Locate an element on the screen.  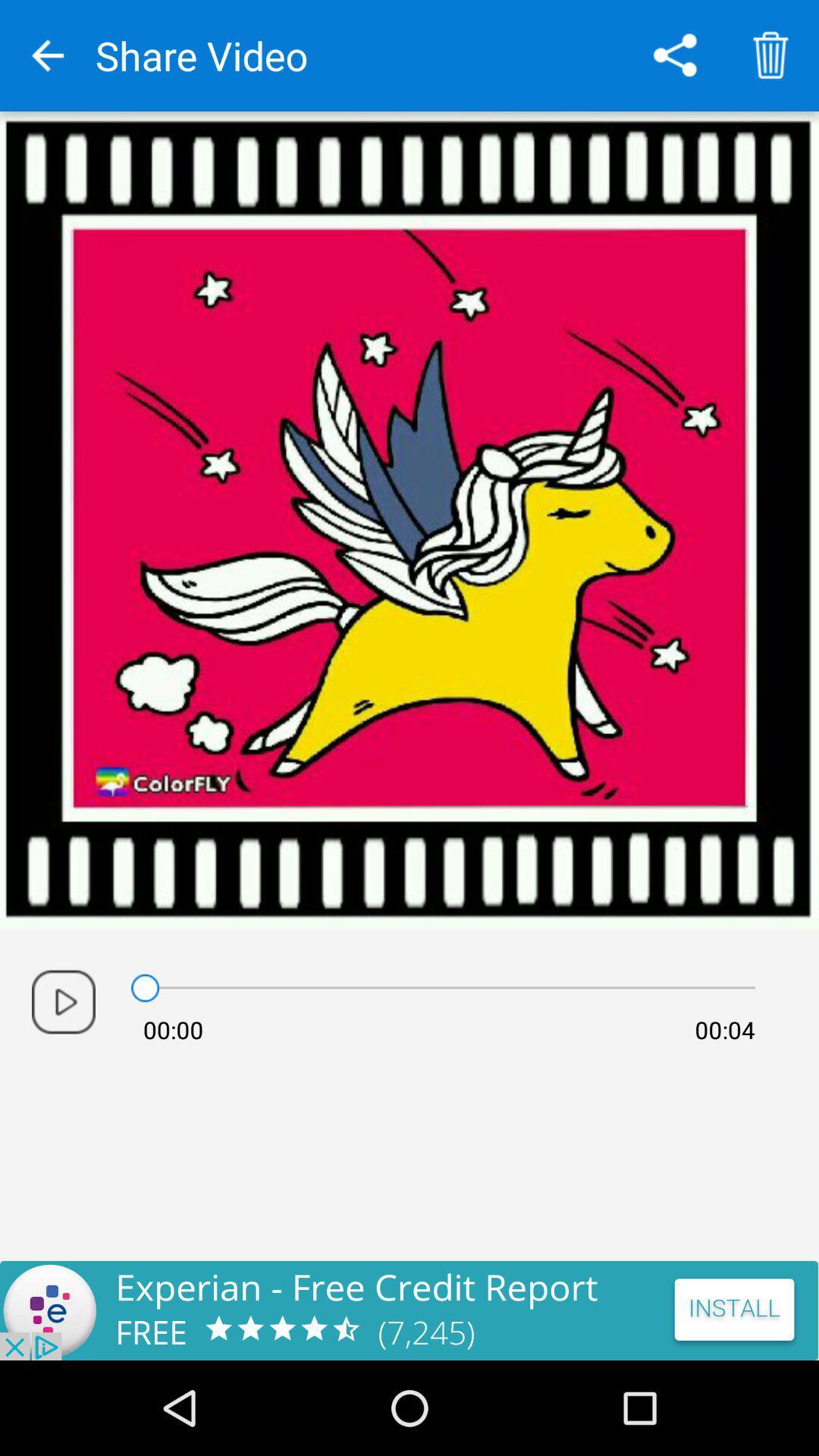
the play icon is located at coordinates (63, 1002).